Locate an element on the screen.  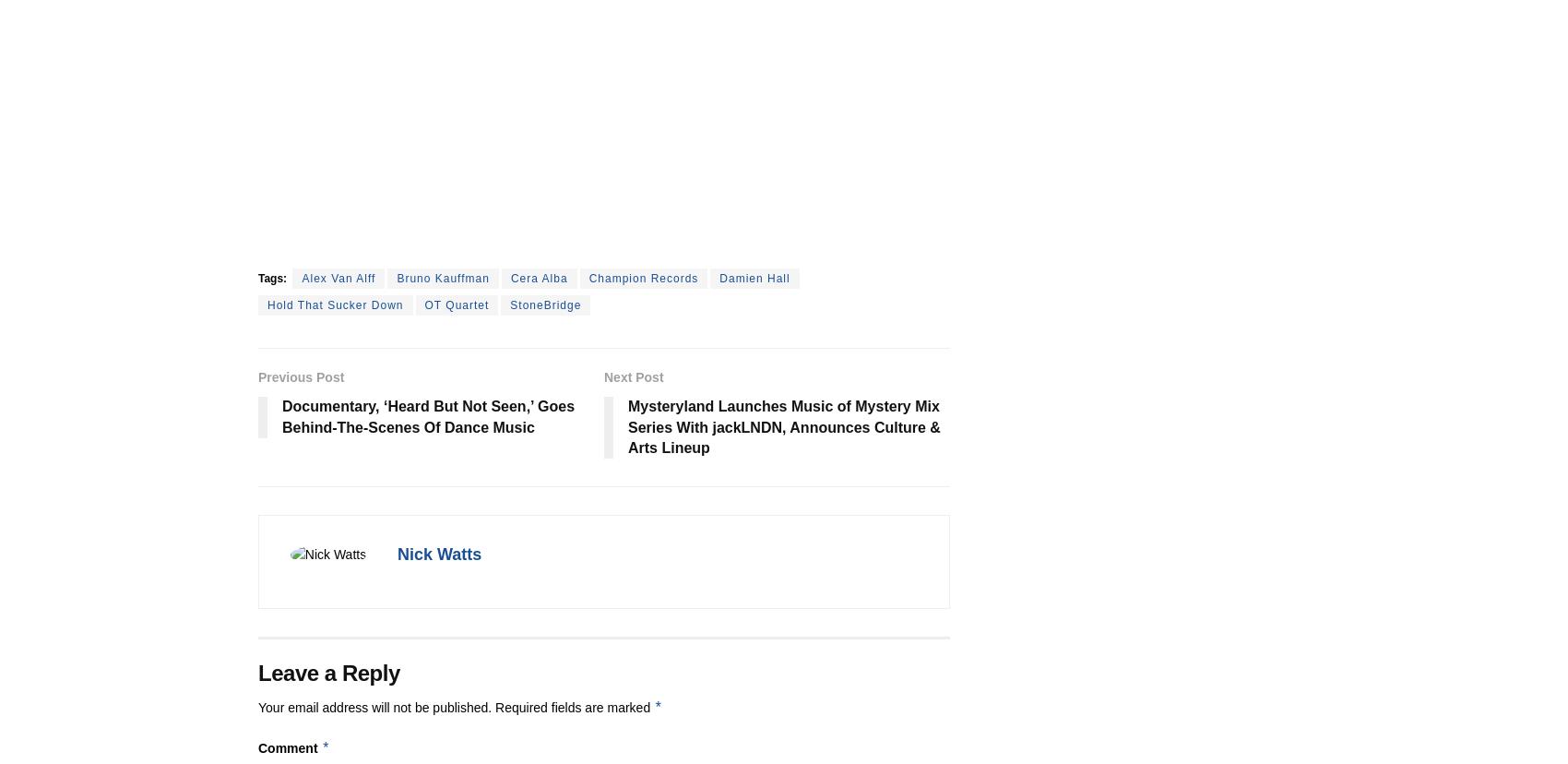
'Nick Watts' is located at coordinates (439, 553).